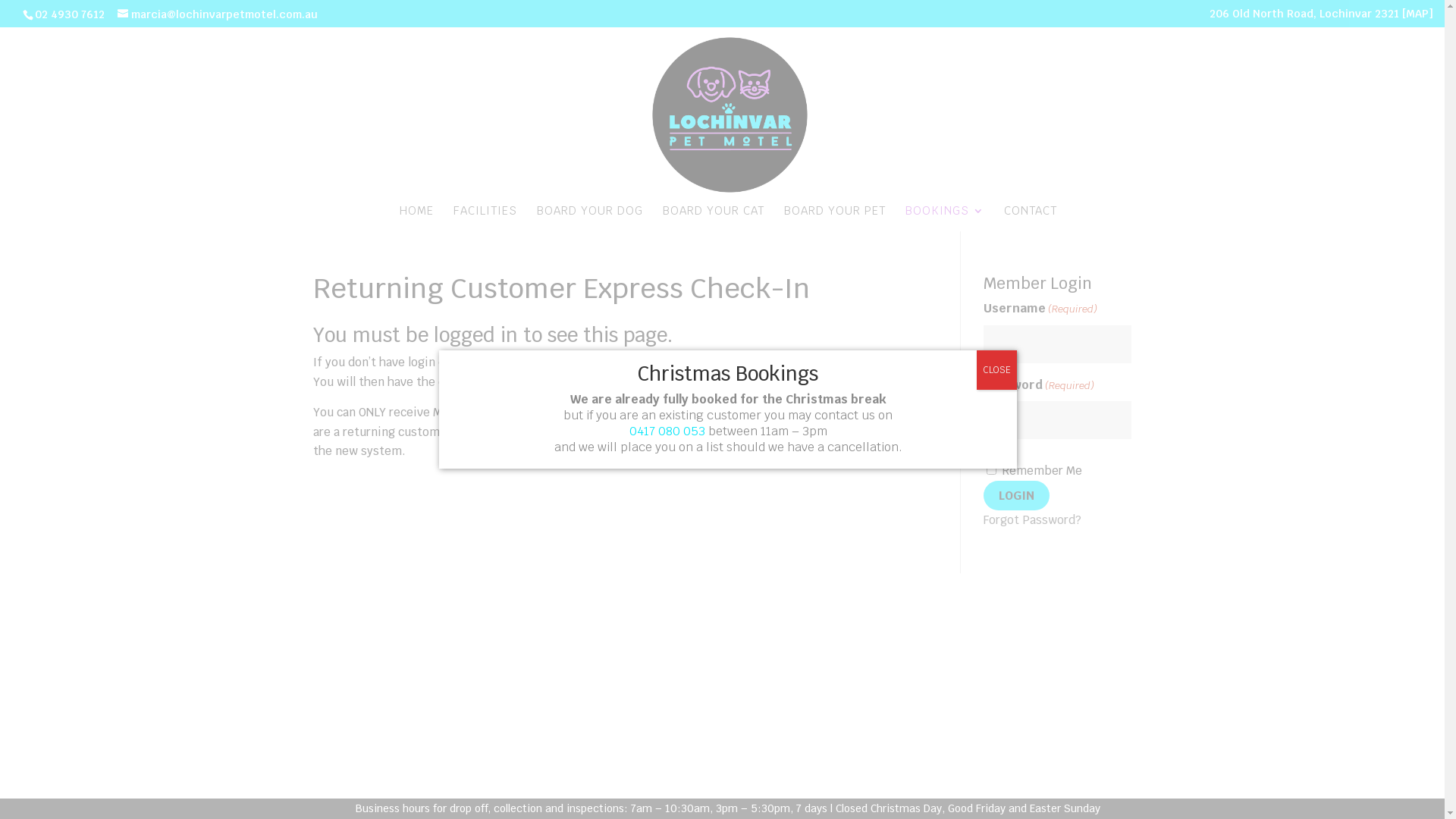 The height and width of the screenshot is (819, 1456). Describe the element at coordinates (416, 218) in the screenshot. I see `'HOME'` at that location.